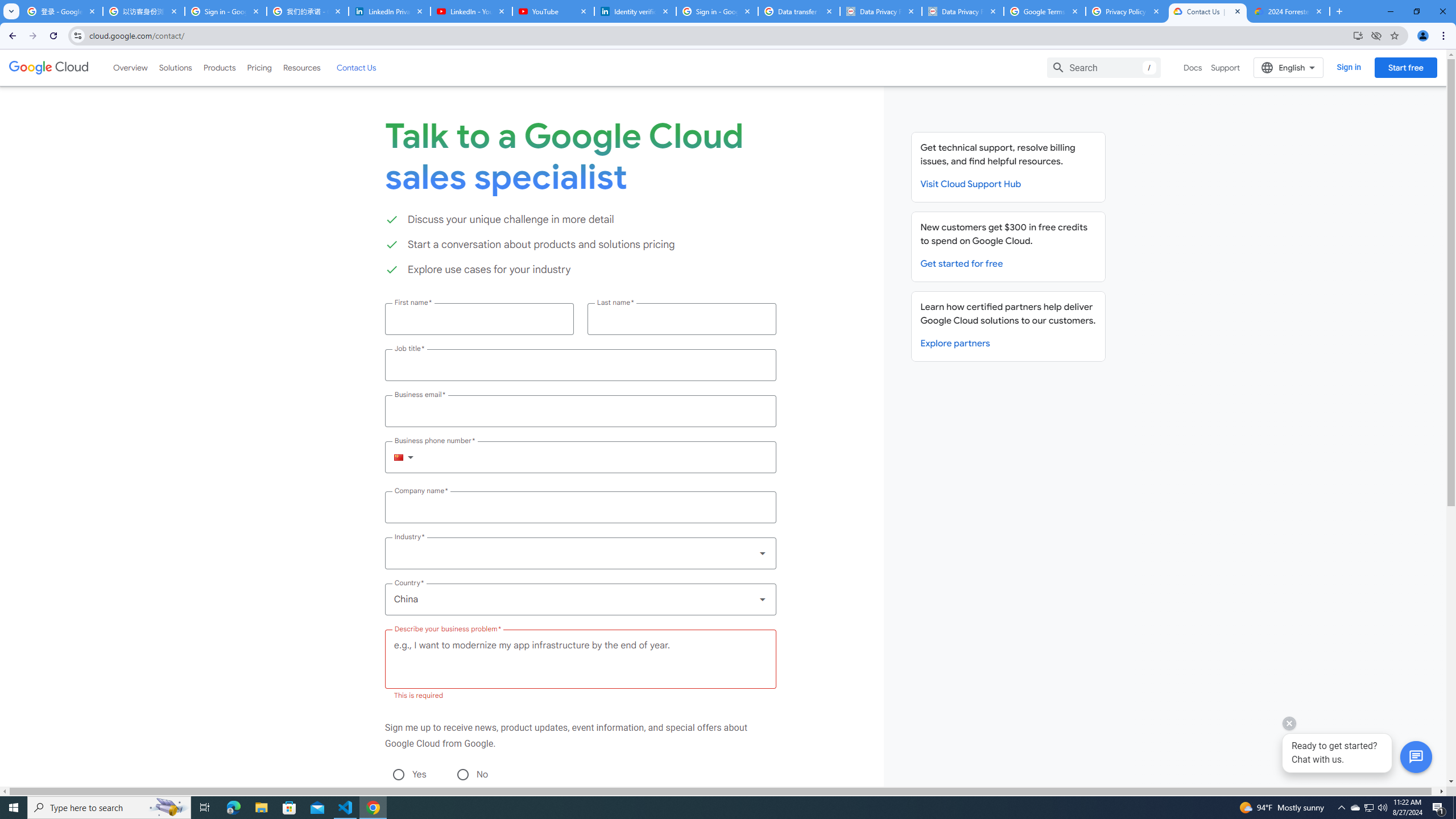 This screenshot has width=1456, height=819. Describe the element at coordinates (461, 773) in the screenshot. I see `'No'` at that location.